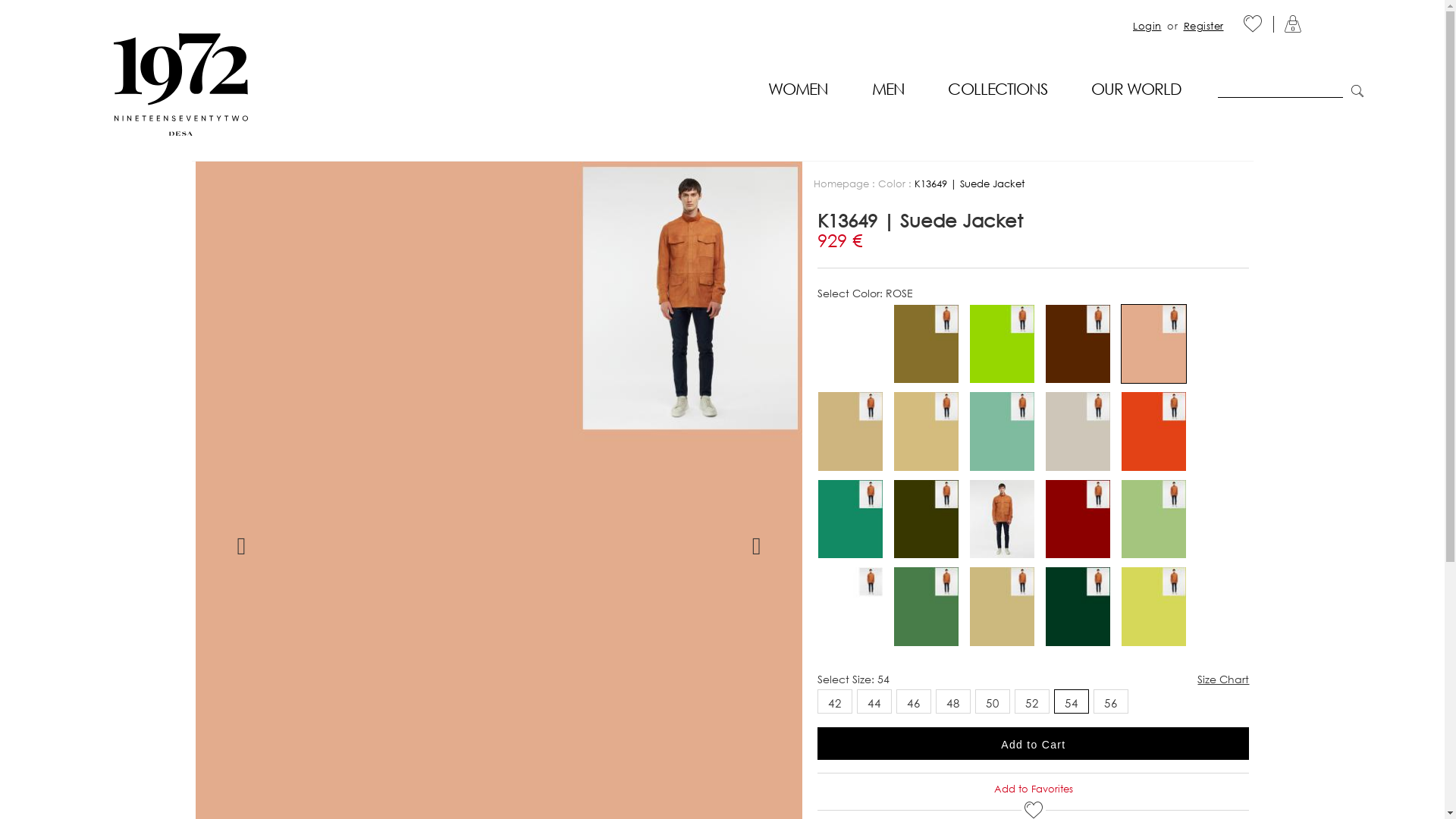 This screenshot has height=819, width=1456. What do you see at coordinates (1136, 90) in the screenshot?
I see `'OUR WORLD'` at bounding box center [1136, 90].